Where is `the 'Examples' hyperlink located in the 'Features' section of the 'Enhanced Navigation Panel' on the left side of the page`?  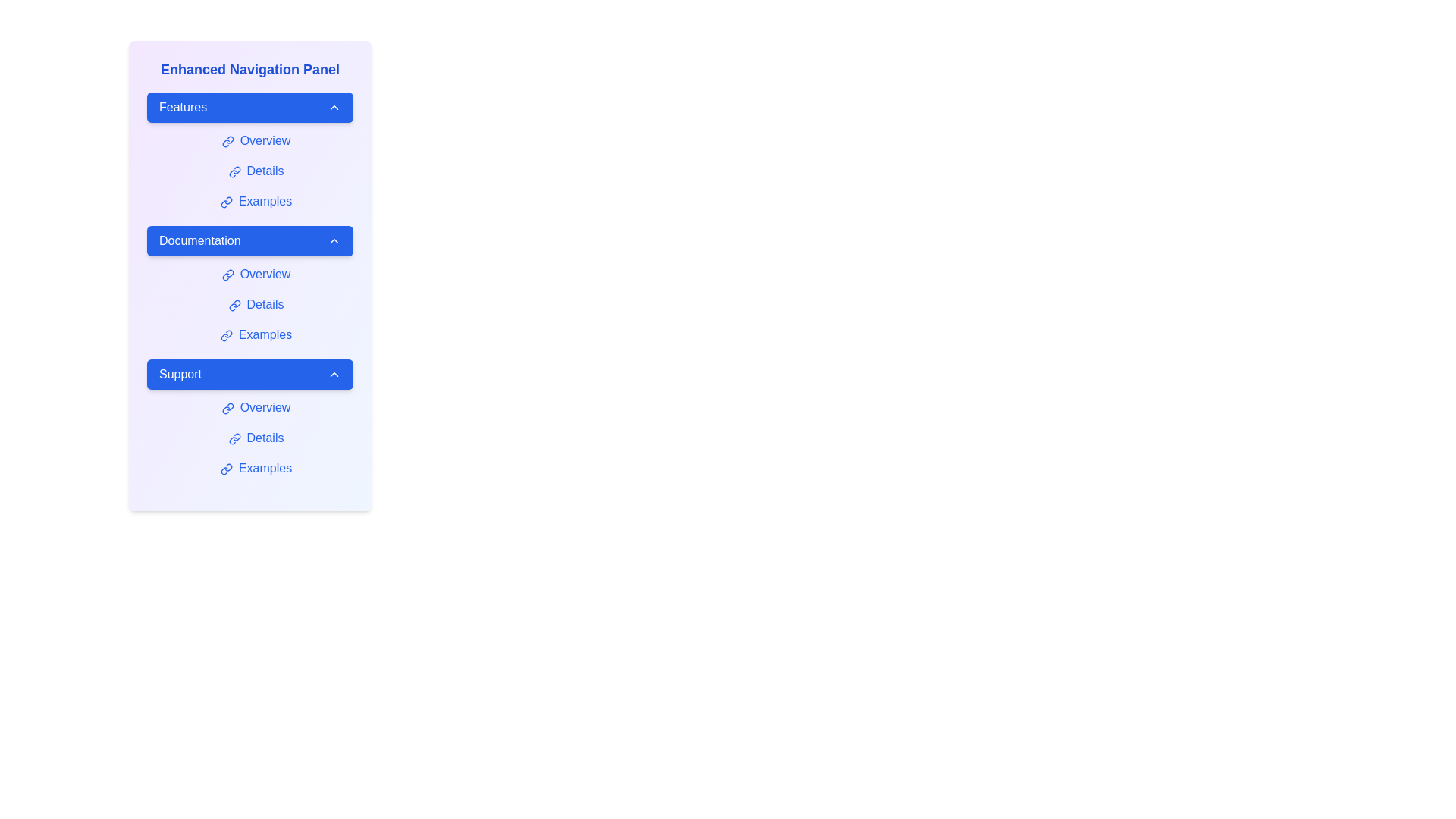 the 'Examples' hyperlink located in the 'Features' section of the 'Enhanced Navigation Panel' on the left side of the page is located at coordinates (256, 201).